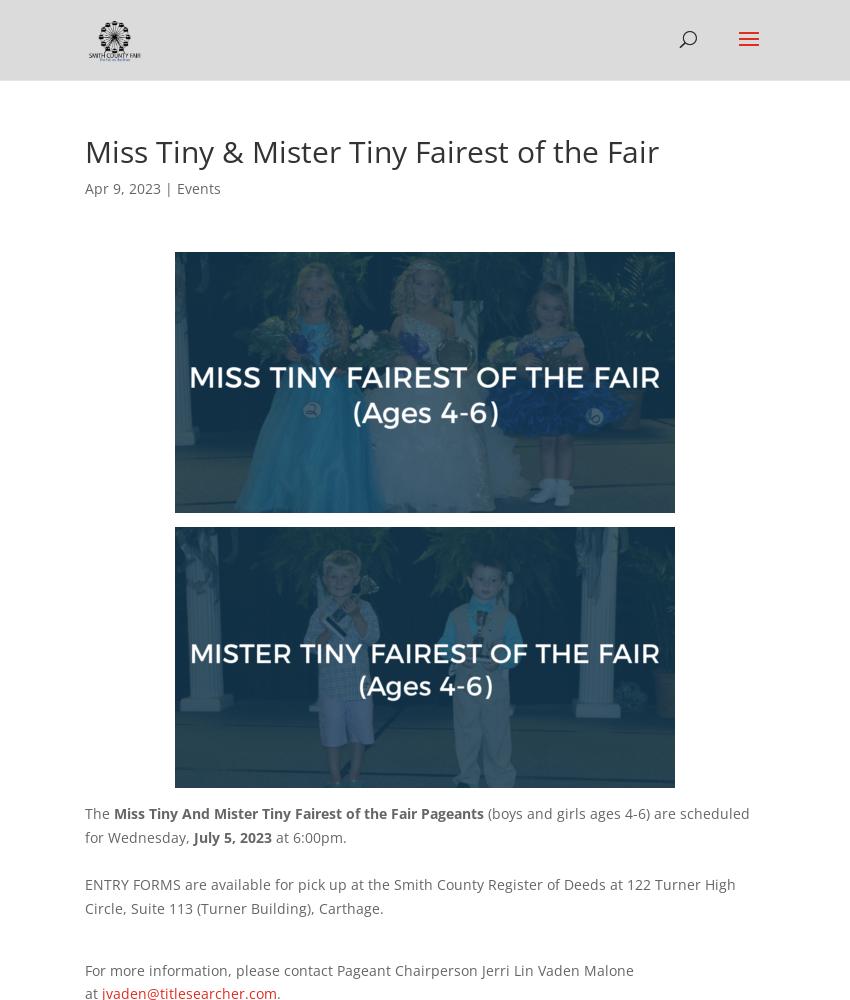 Image resolution: width=850 pixels, height=1000 pixels. Describe the element at coordinates (309, 835) in the screenshot. I see `'at 6:00pm.'` at that location.